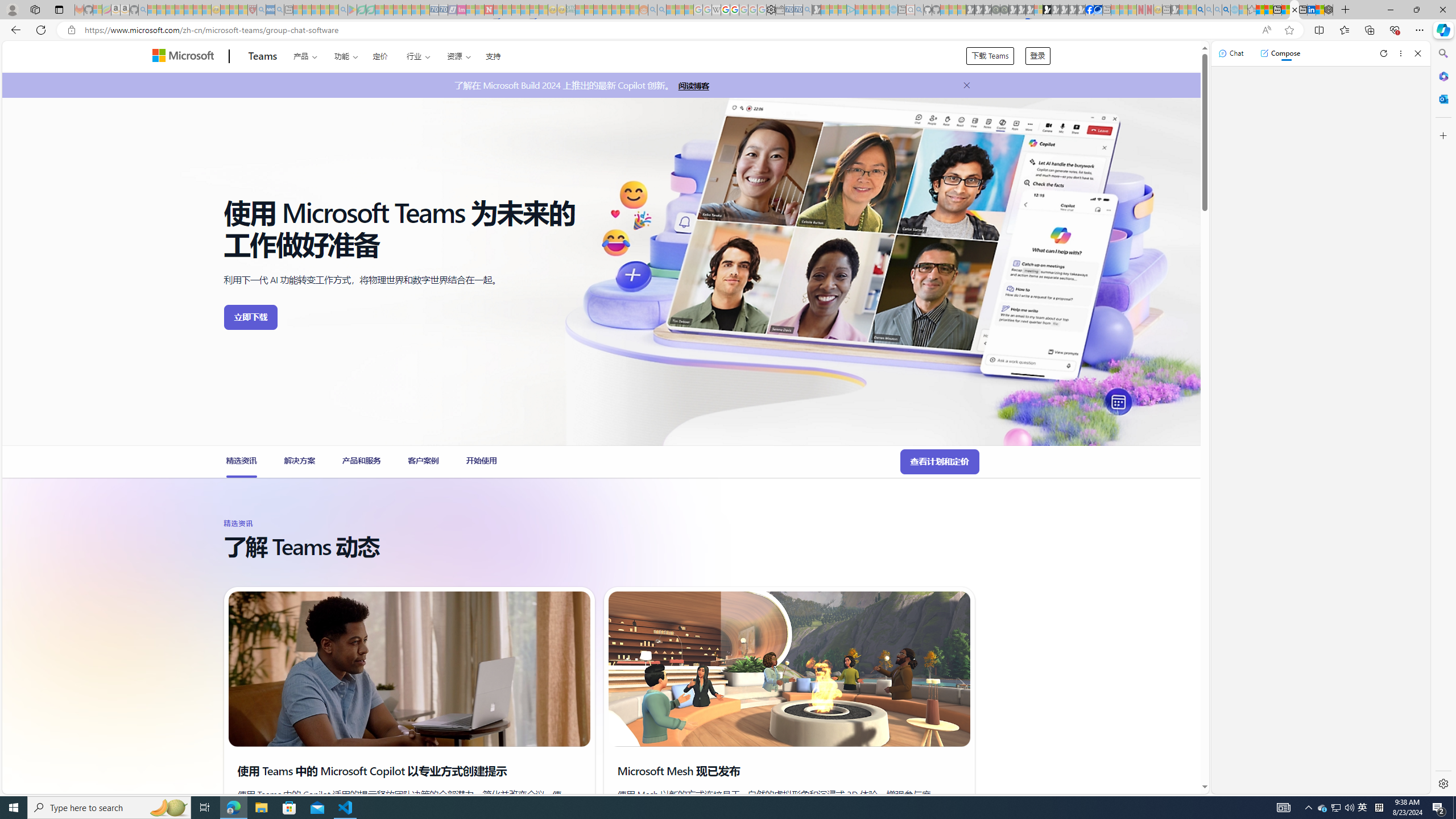 Image resolution: width=1456 pixels, height=819 pixels. Describe the element at coordinates (617, 9) in the screenshot. I see `'Kinda Frugal - MSN - Sleeping'` at that location.